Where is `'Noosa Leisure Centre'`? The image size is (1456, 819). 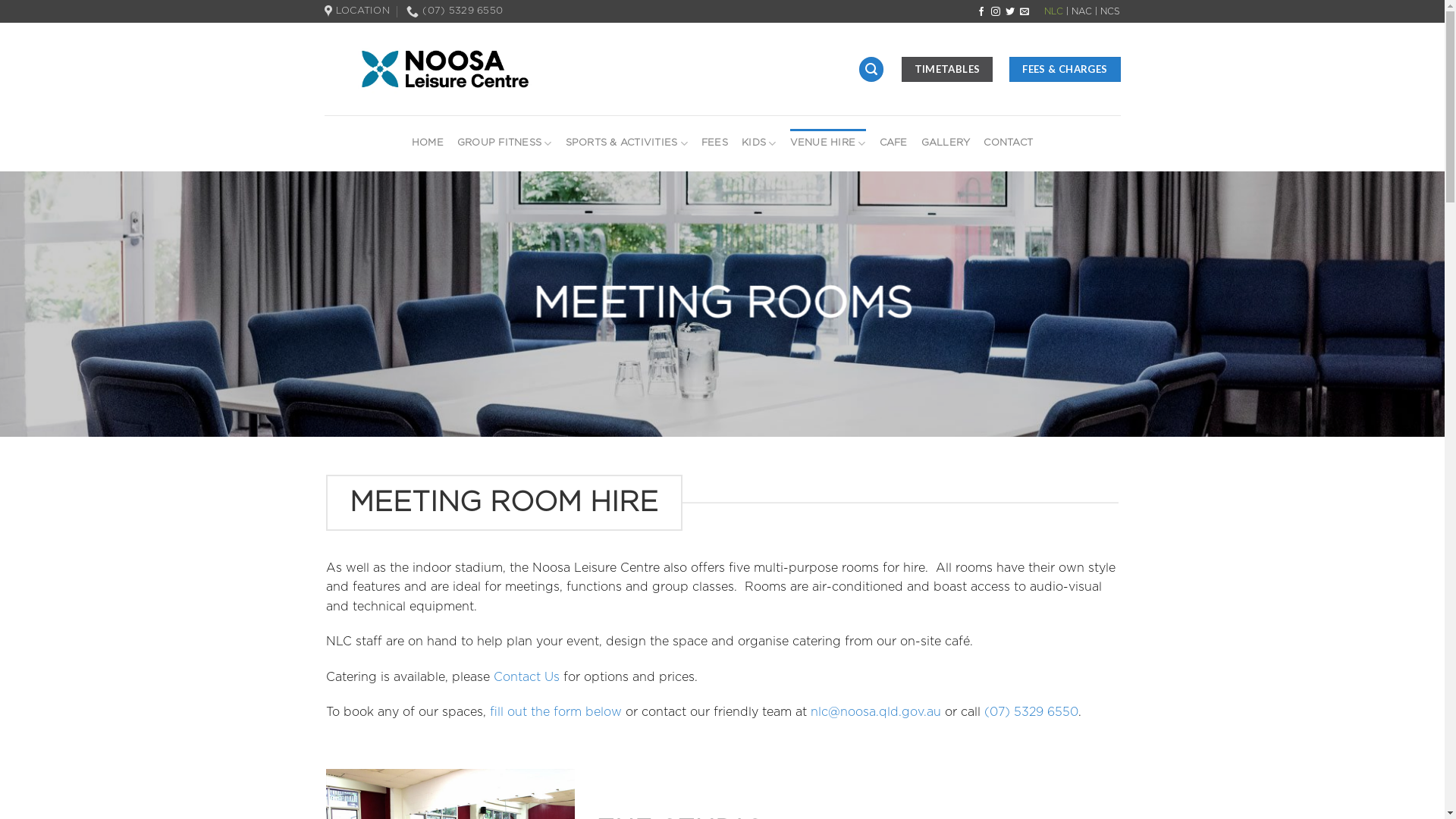
'Noosa Leisure Centre' is located at coordinates (469, 69).